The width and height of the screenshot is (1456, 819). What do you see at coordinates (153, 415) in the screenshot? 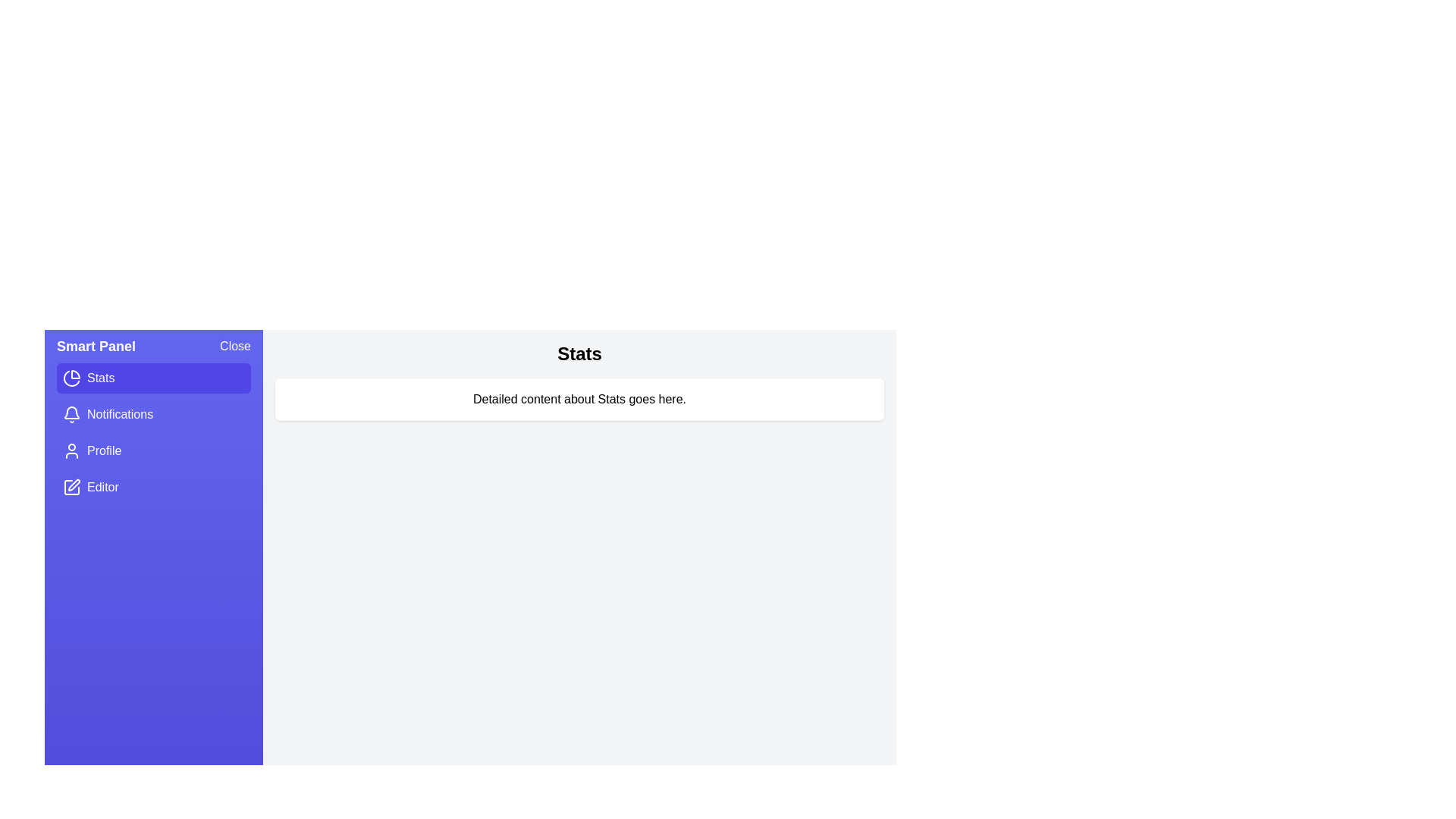
I see `the Notifications section in the menu` at bounding box center [153, 415].